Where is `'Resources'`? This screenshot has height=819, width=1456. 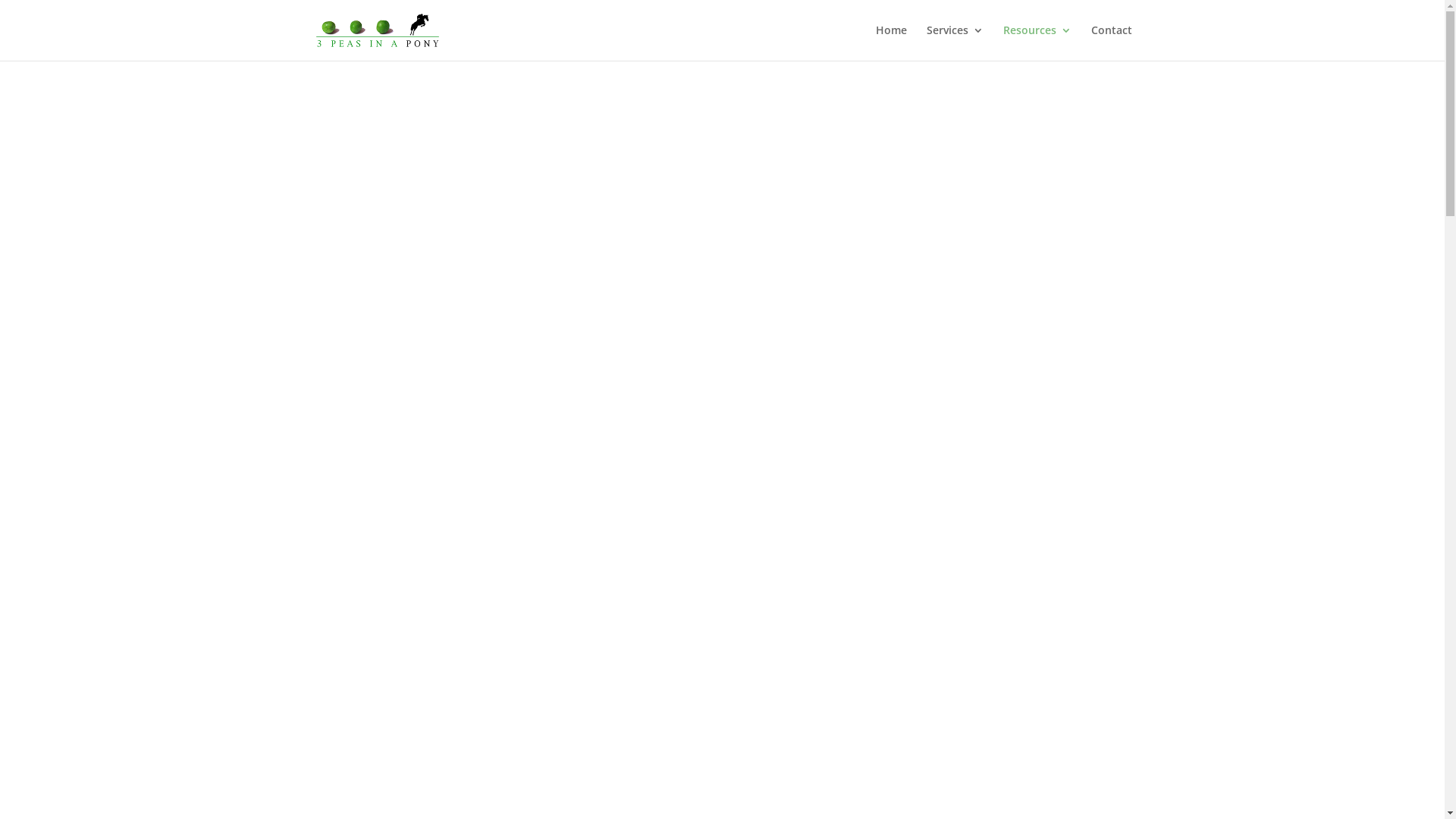 'Resources' is located at coordinates (1036, 42).